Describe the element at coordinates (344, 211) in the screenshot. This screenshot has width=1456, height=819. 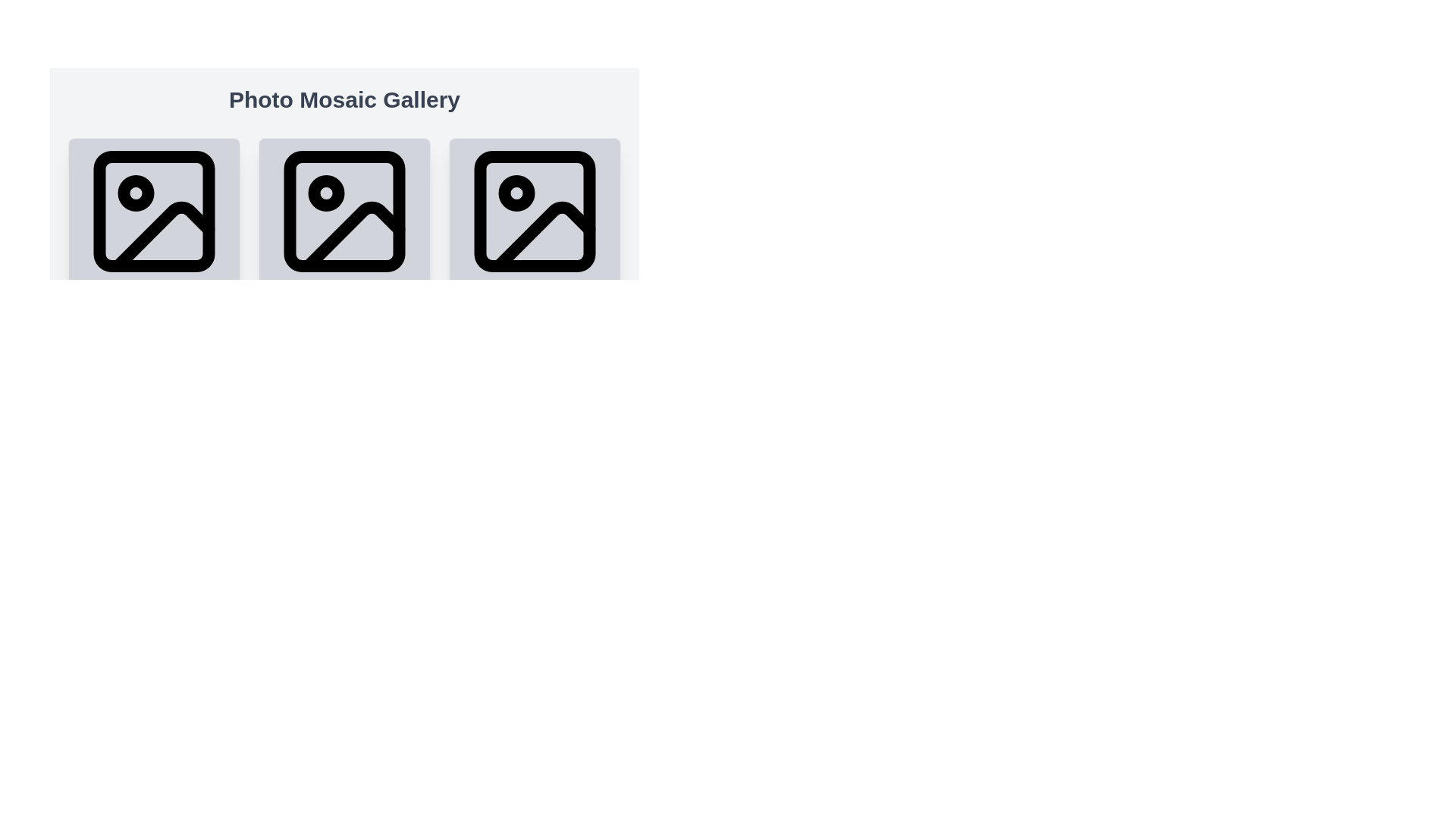
I see `the decorative shape within the SVG that serves as an embellishment for the image placeholder icon, located near the top-left corner of the bounding box` at that location.